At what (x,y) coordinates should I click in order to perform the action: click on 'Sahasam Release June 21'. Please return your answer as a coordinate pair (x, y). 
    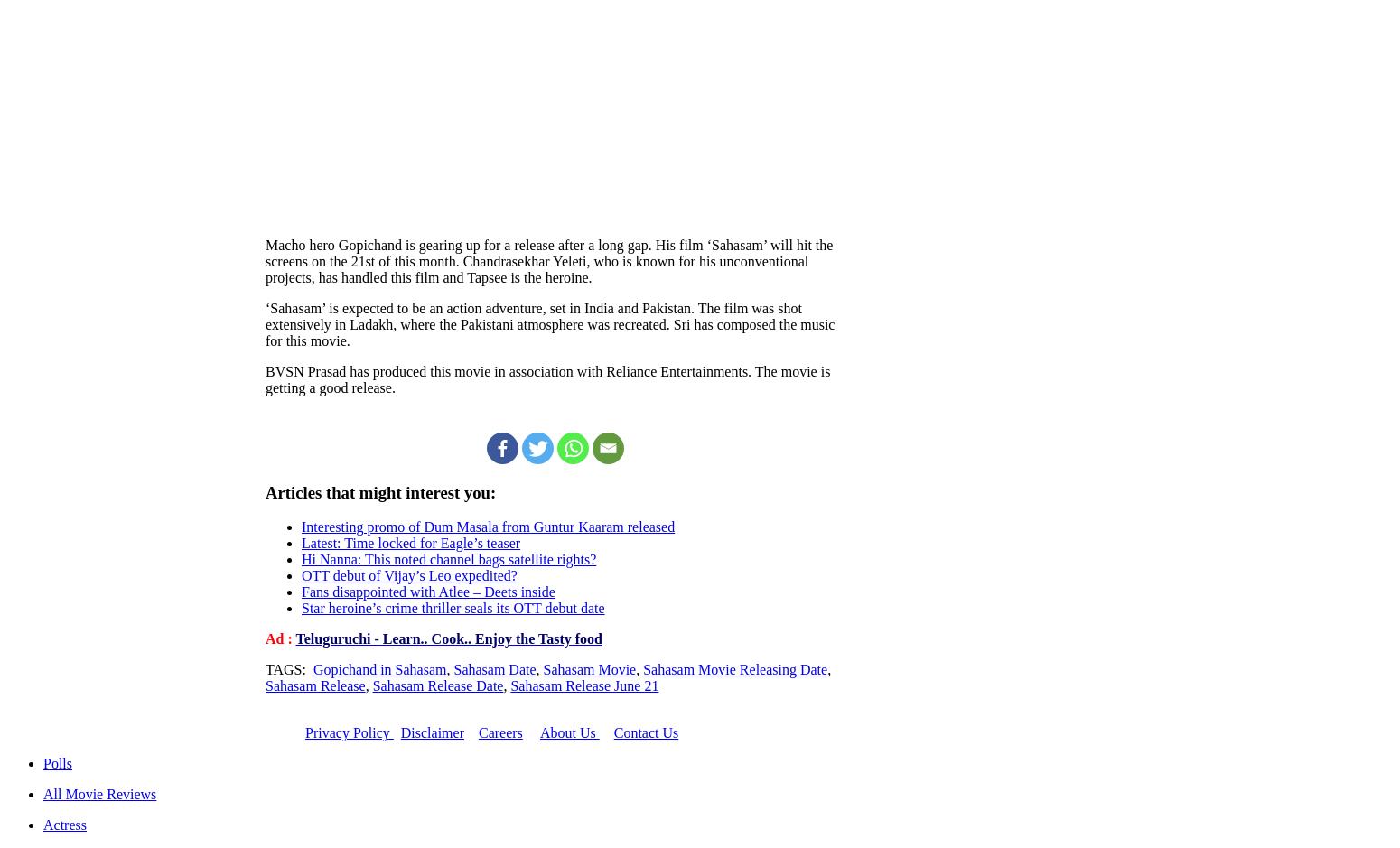
    Looking at the image, I should click on (583, 685).